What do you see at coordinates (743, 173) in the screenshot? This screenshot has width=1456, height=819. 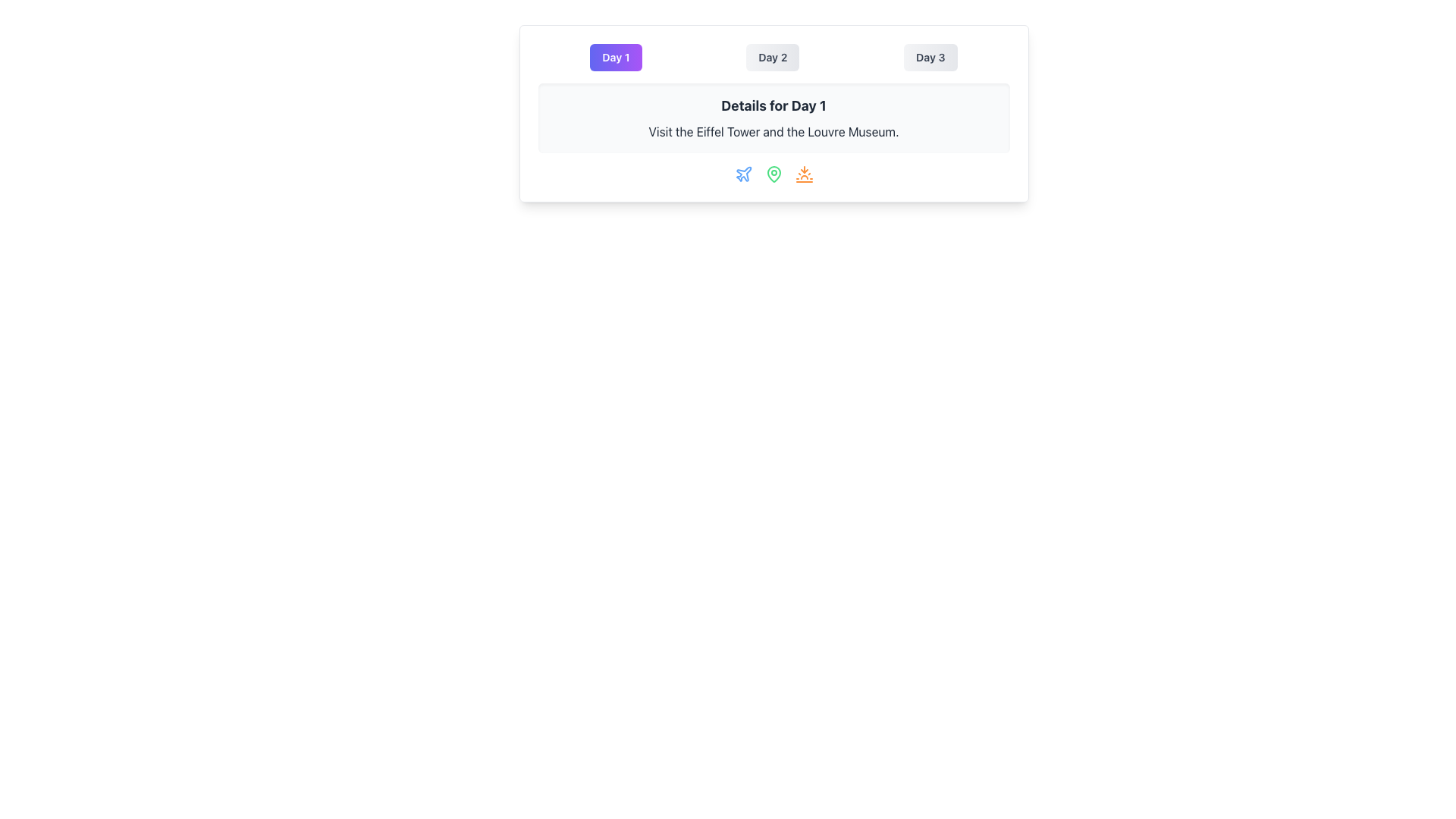 I see `the airplane icon located in the center bottom section of the travel itinerary card` at bounding box center [743, 173].